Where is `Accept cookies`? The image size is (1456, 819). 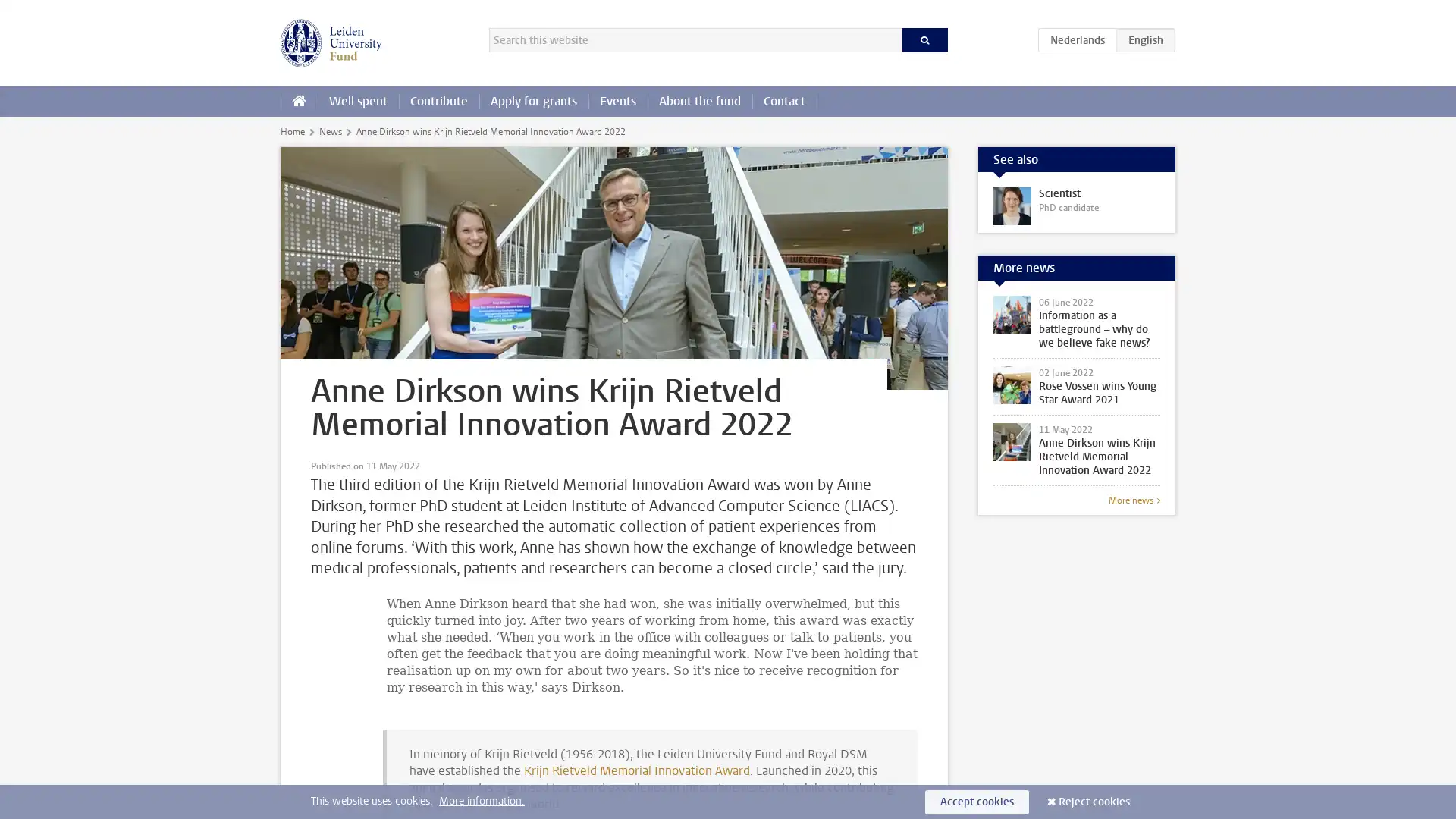
Accept cookies is located at coordinates (977, 801).